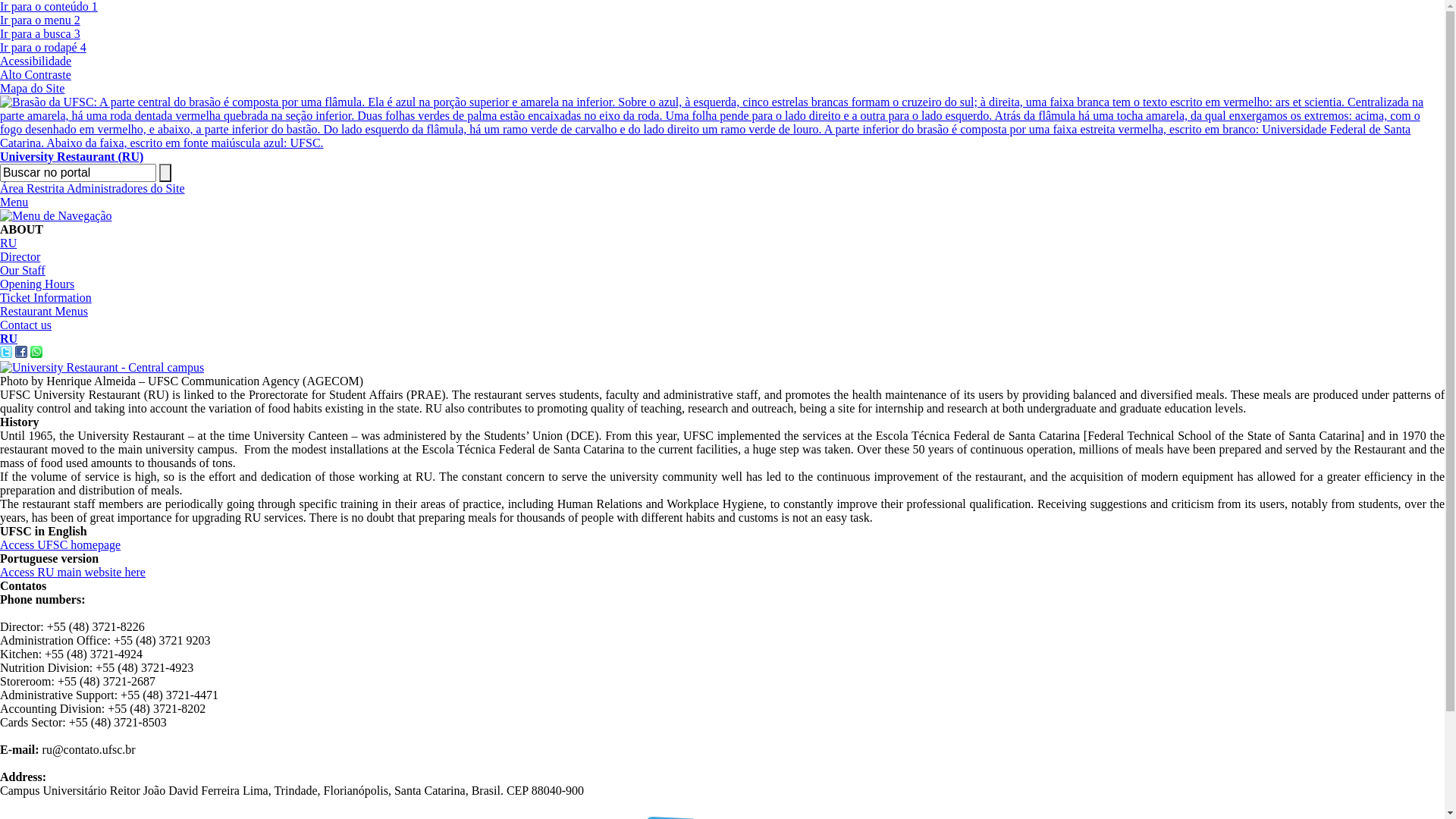 This screenshot has width=1456, height=819. What do you see at coordinates (14, 201) in the screenshot?
I see `'Menu'` at bounding box center [14, 201].